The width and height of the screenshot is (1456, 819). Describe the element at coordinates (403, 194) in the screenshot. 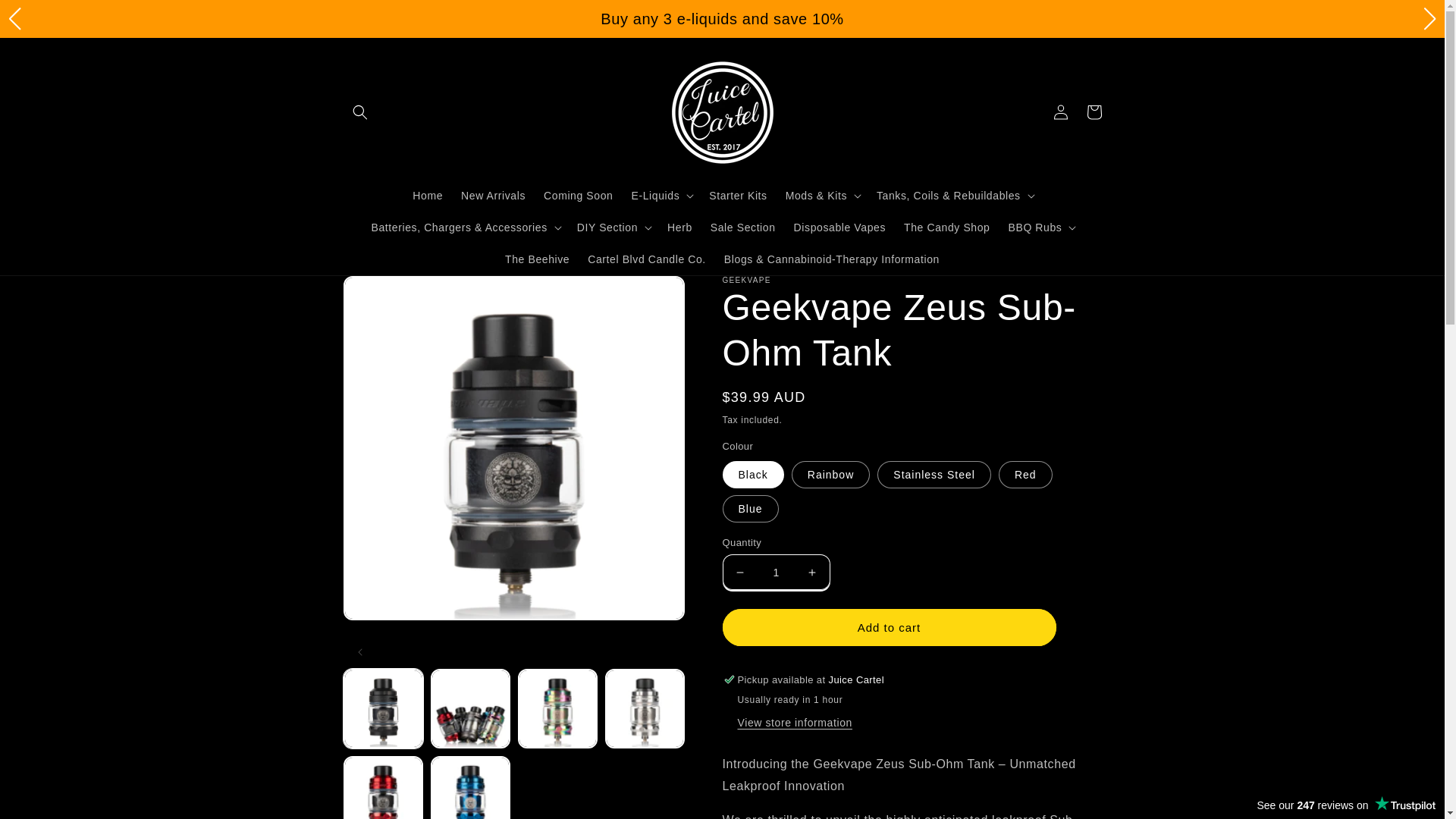

I see `'Home'` at that location.